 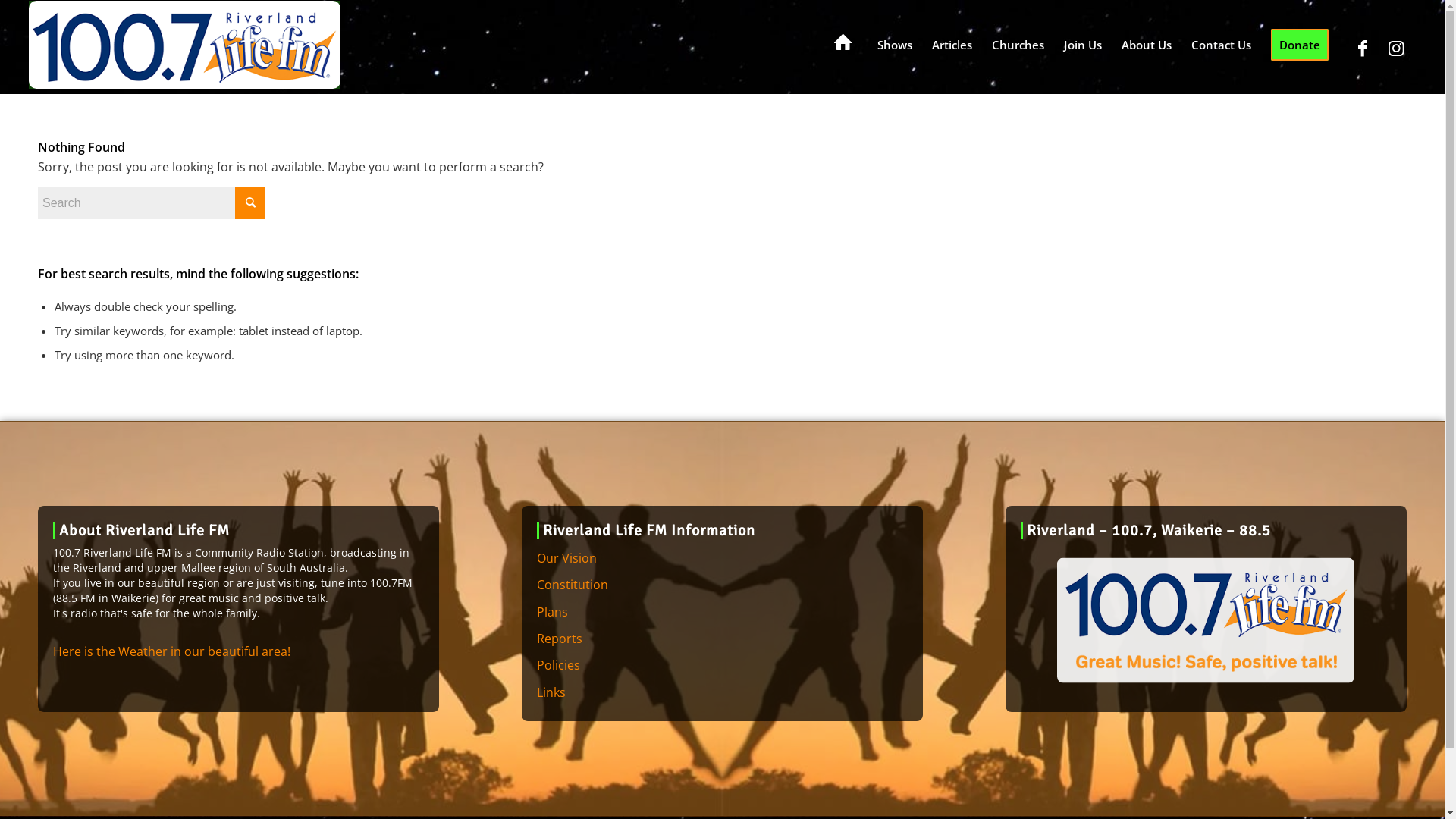 I want to click on 'Here is the Weather in our beautiful area!', so click(x=171, y=651).